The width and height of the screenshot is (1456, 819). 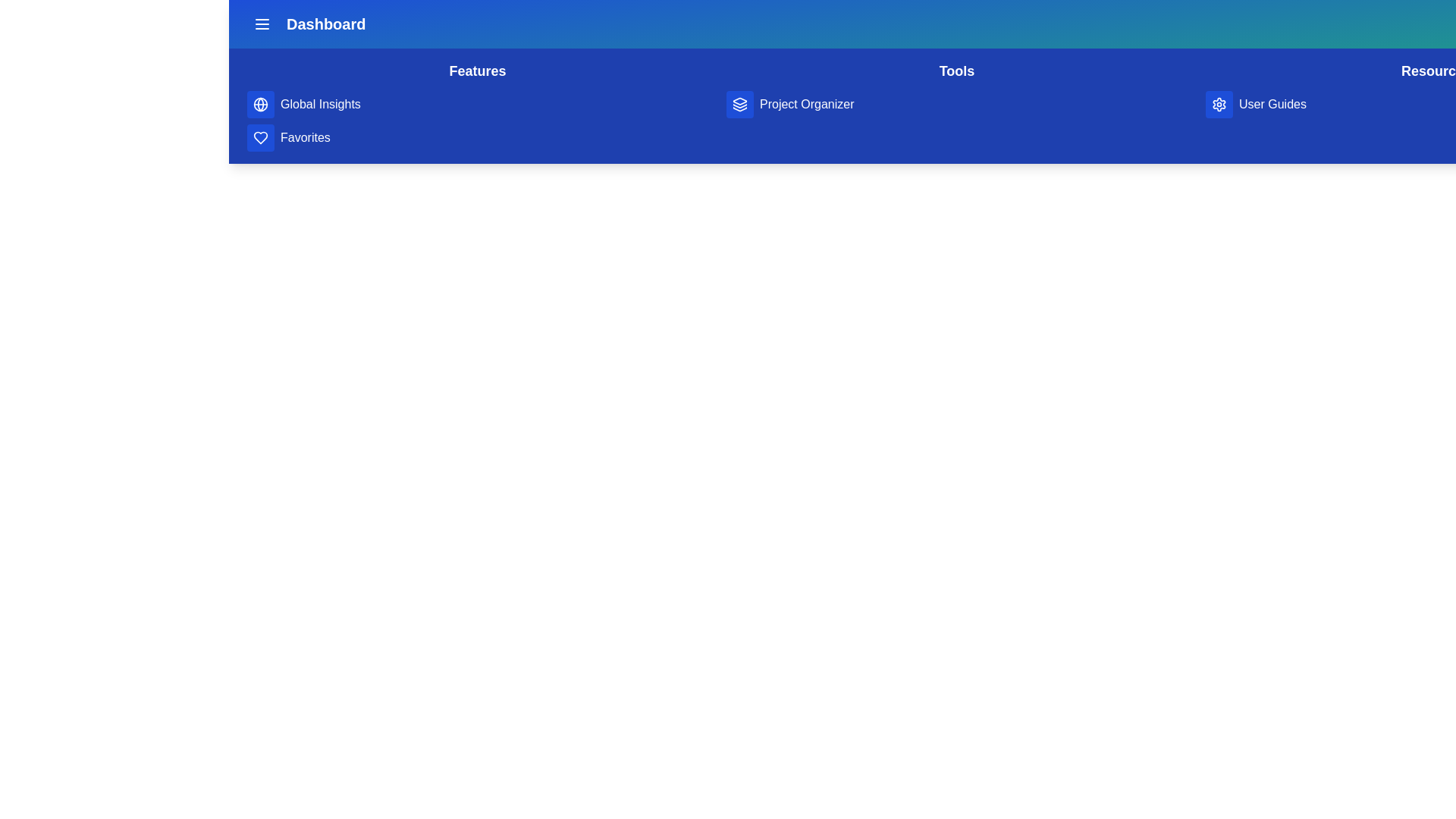 What do you see at coordinates (262, 24) in the screenshot?
I see `the square-shaped button with a three-line menu icon in the center` at bounding box center [262, 24].